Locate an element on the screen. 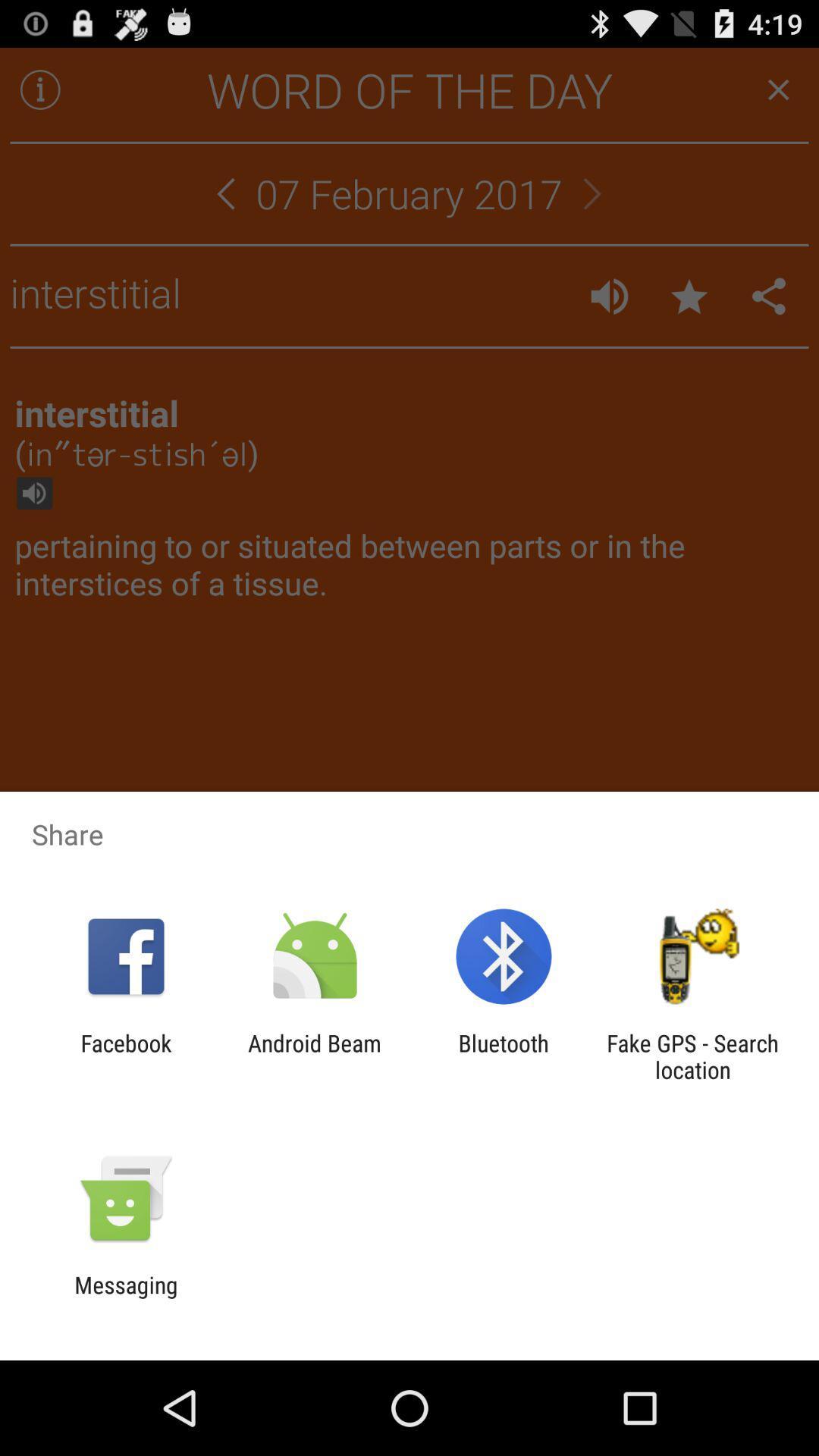 This screenshot has width=819, height=1456. the bluetooth icon is located at coordinates (504, 1056).